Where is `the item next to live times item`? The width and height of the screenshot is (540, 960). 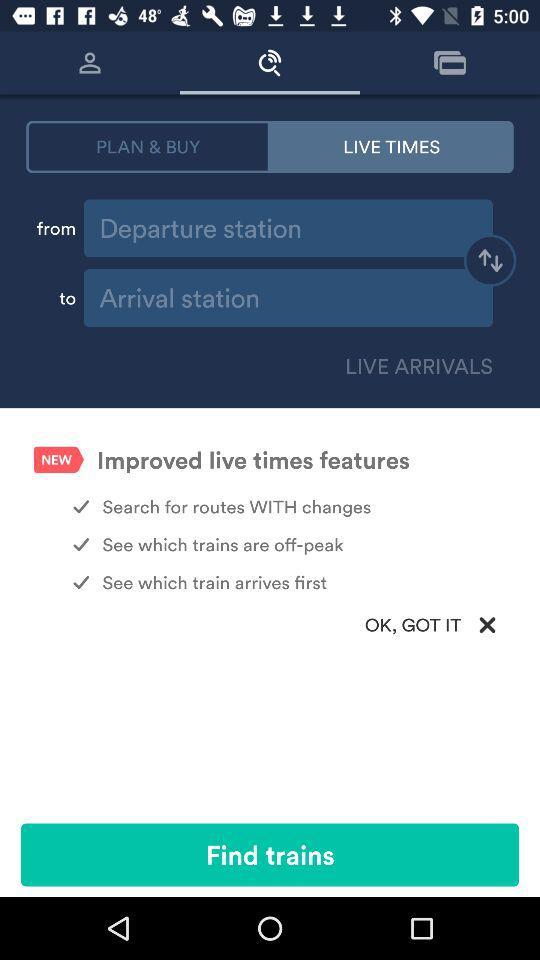
the item next to live times item is located at coordinates (147, 145).